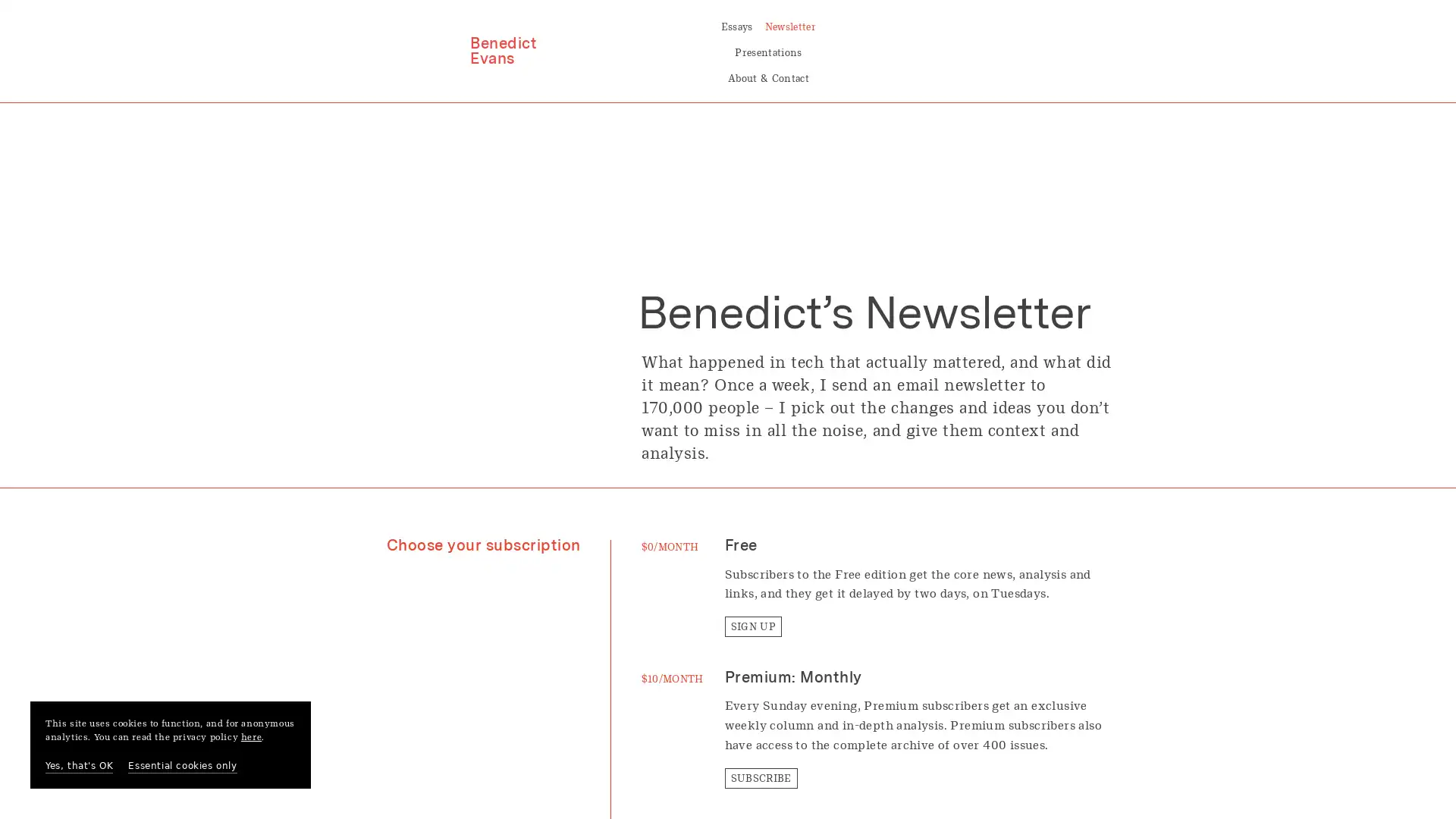 This screenshot has width=1456, height=819. I want to click on Yes, that's OK, so click(78, 766).